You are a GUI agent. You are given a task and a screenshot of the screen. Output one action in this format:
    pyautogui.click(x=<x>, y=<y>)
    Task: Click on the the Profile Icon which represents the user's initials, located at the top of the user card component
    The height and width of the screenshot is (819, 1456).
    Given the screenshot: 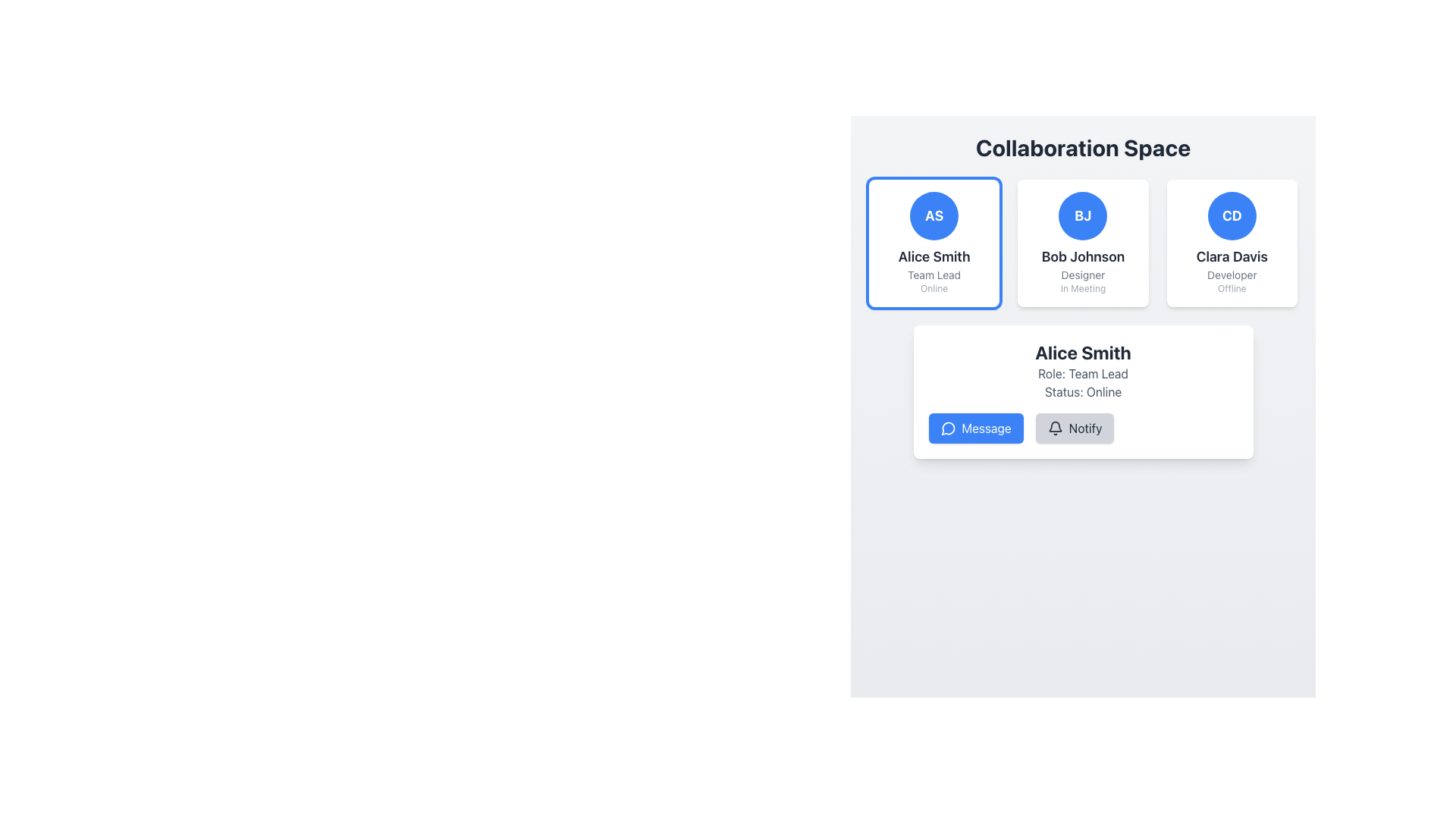 What is the action you would take?
    pyautogui.click(x=934, y=216)
    